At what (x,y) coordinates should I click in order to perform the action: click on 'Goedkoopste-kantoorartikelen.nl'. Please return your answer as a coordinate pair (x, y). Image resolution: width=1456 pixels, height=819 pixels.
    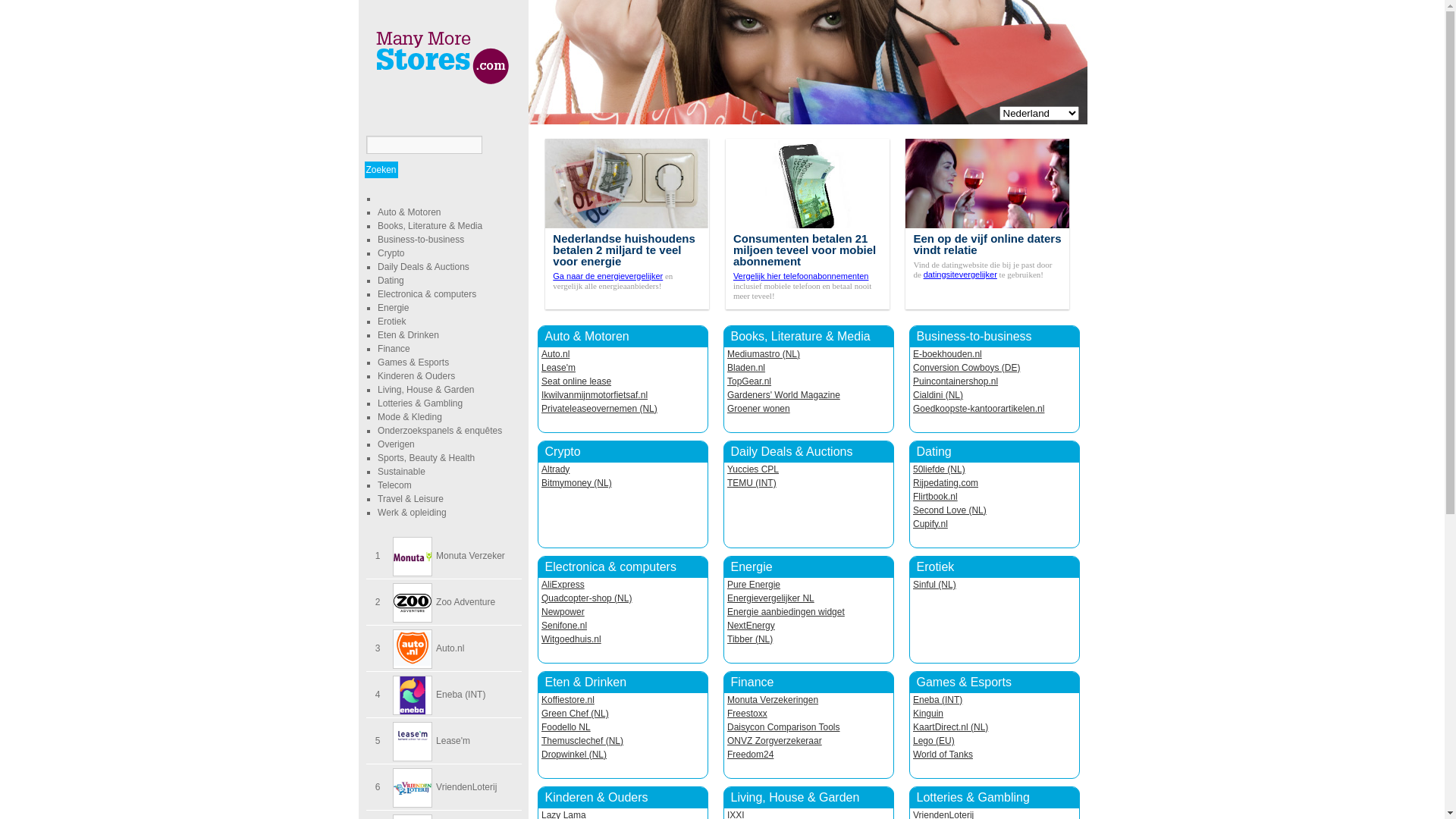
    Looking at the image, I should click on (912, 408).